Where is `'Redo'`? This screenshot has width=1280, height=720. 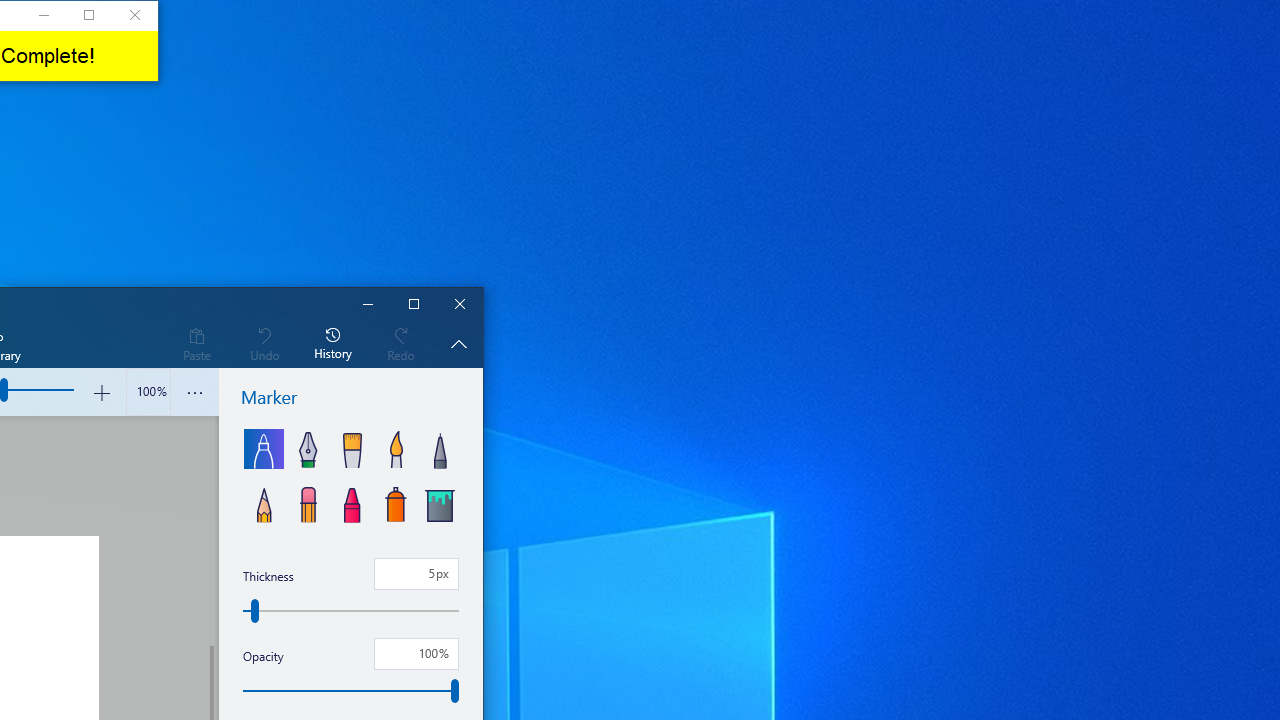 'Redo' is located at coordinates (400, 342).